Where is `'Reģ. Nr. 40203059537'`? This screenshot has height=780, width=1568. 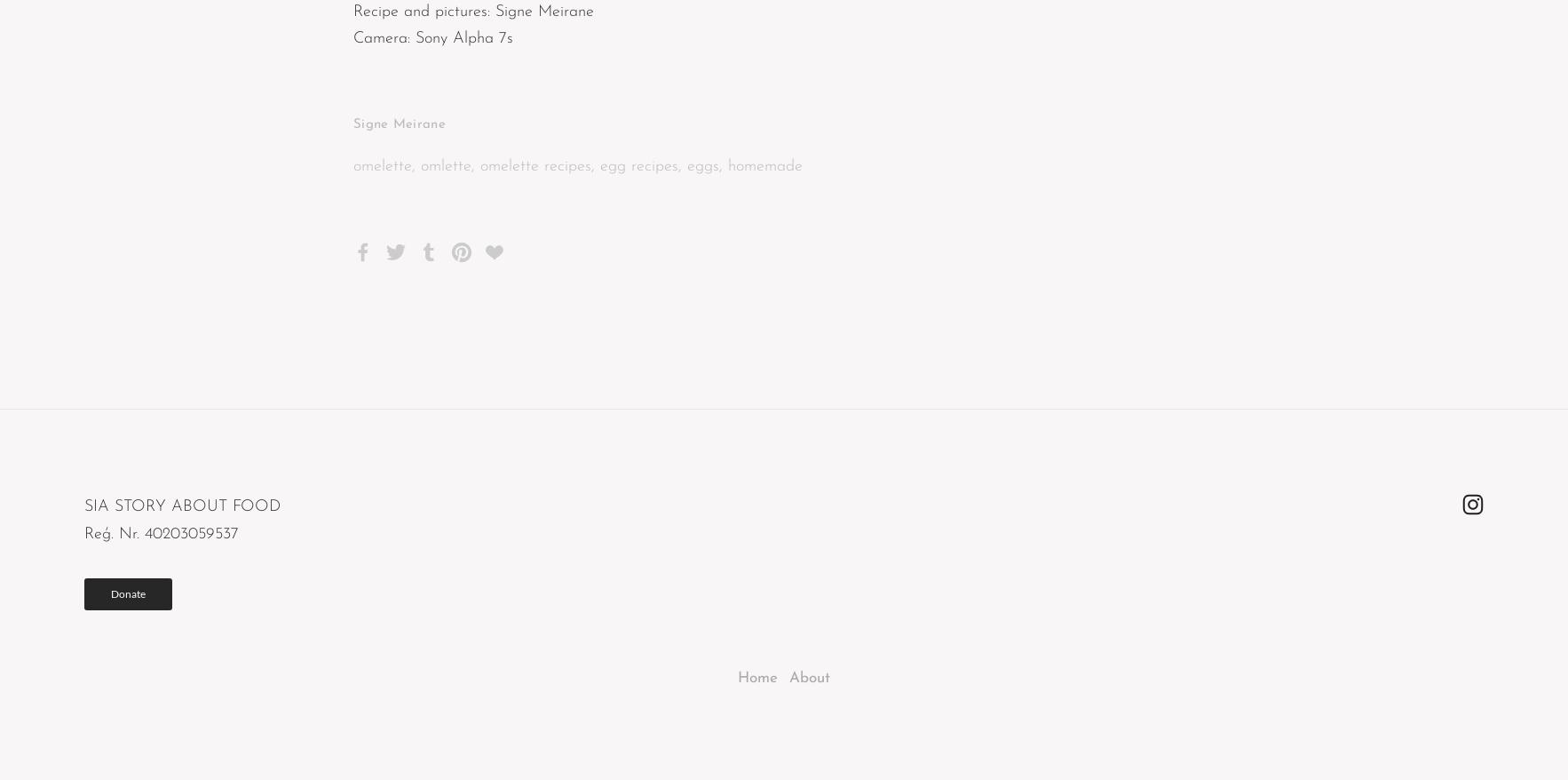 'Reģ. Nr. 40203059537' is located at coordinates (161, 533).